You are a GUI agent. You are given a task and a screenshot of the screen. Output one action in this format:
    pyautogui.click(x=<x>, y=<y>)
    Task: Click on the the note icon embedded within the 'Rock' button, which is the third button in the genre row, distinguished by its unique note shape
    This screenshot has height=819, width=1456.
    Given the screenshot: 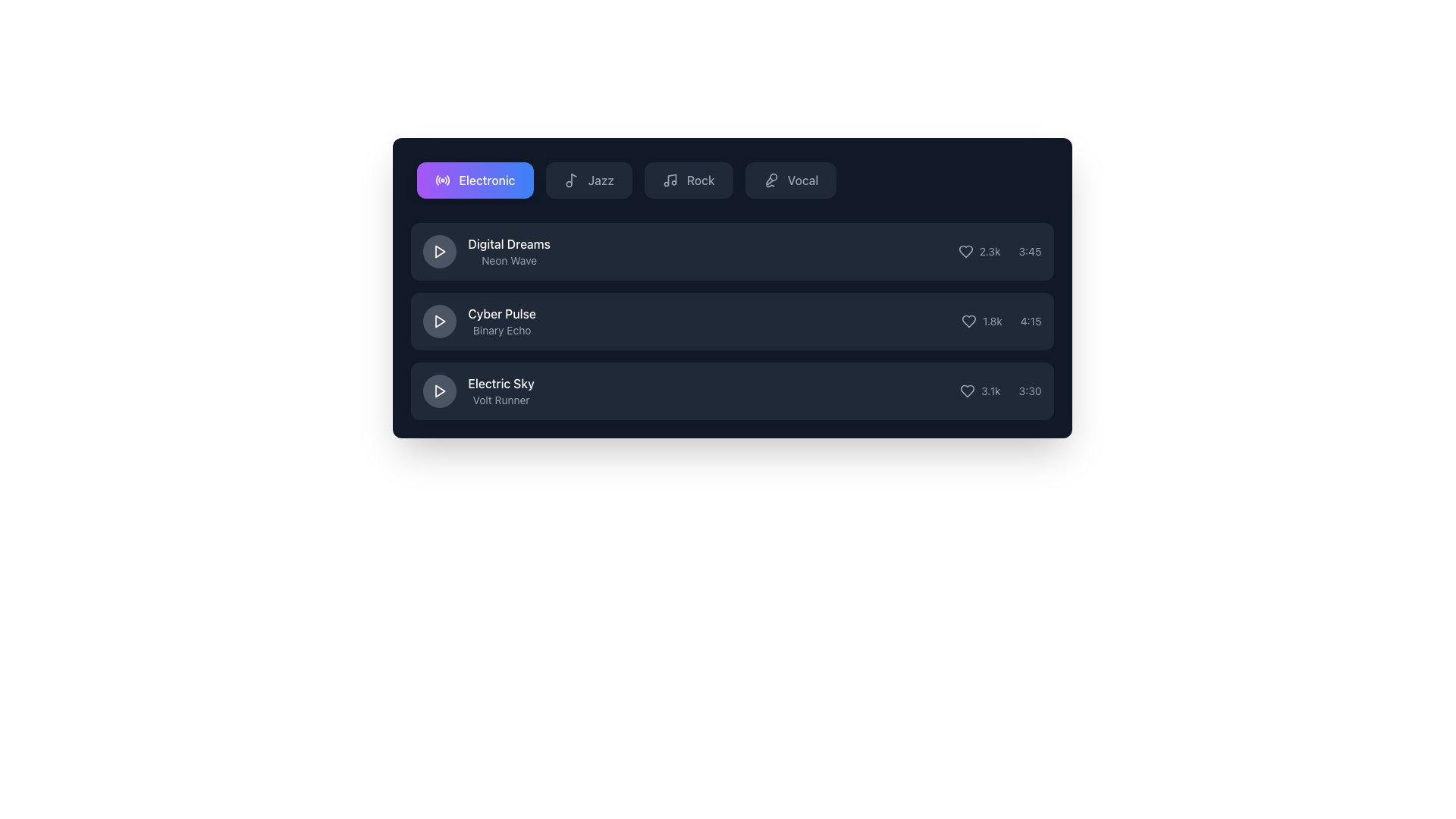 What is the action you would take?
    pyautogui.click(x=671, y=178)
    